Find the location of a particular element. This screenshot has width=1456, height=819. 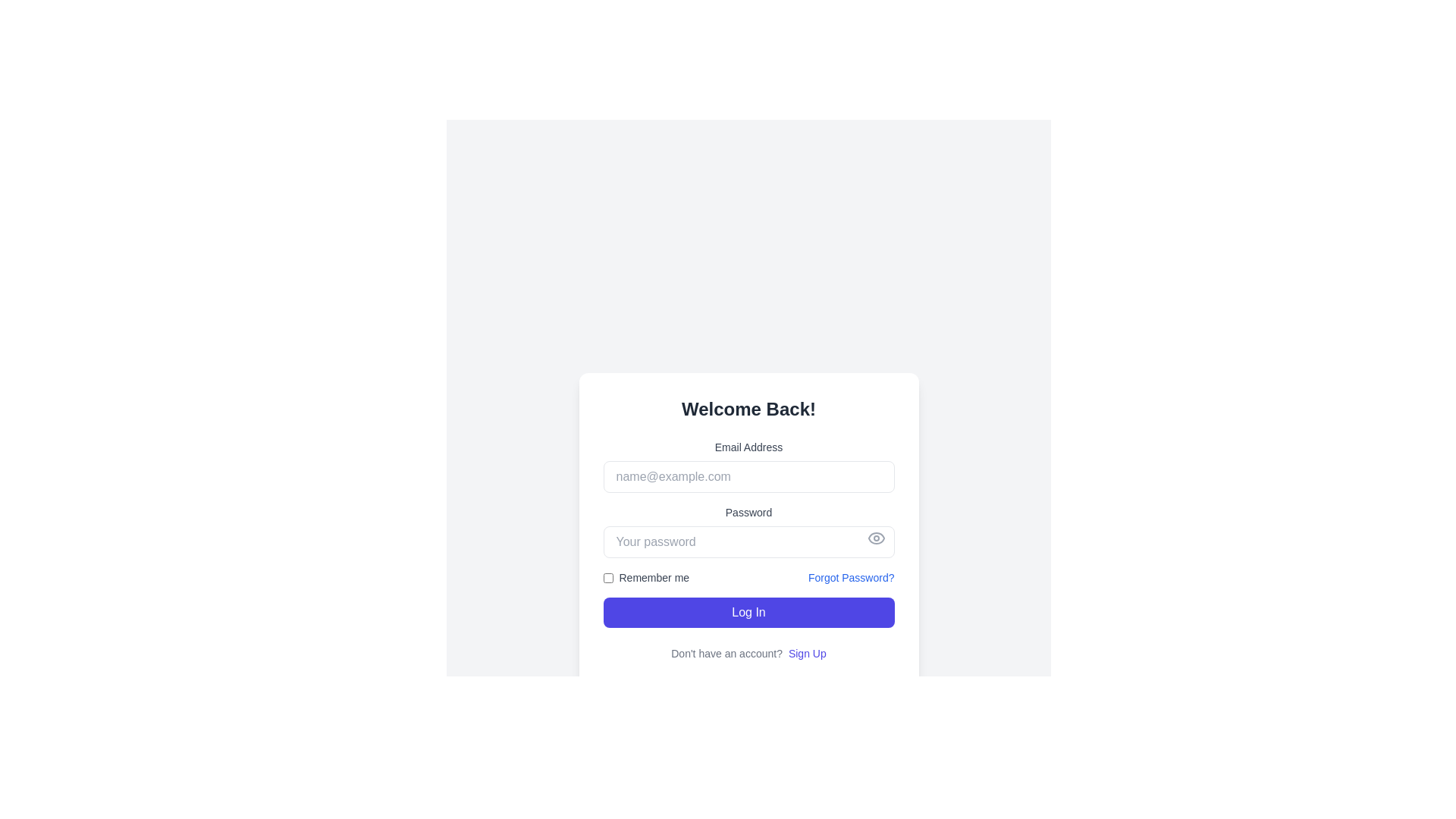

the hyperlink located near the bottom of the form, to the right of the text 'Don't have an account?' is located at coordinates (806, 652).